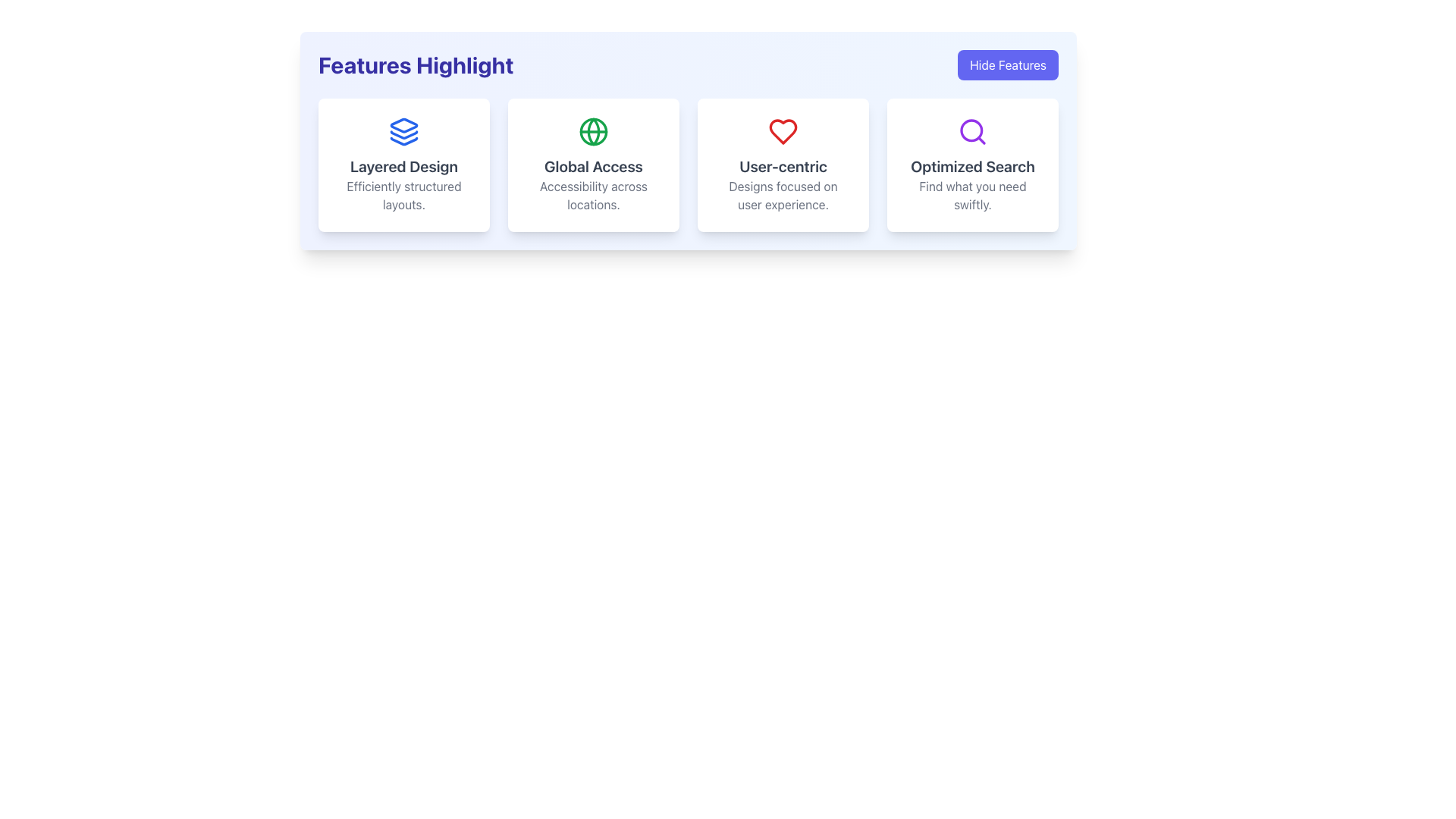  What do you see at coordinates (972, 166) in the screenshot?
I see `the interactive headline text 'Optimized Search' styled in bold and large font located in the rightmost card of feature highlight cards` at bounding box center [972, 166].